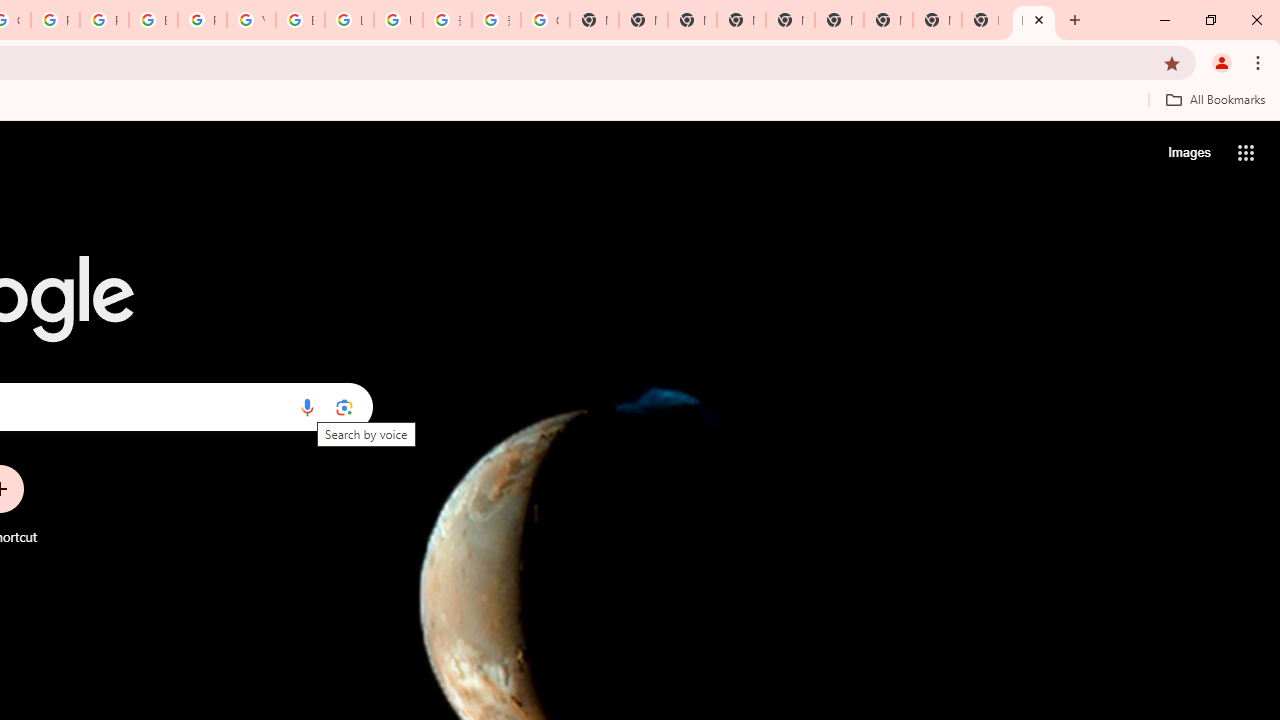  Describe the element at coordinates (250, 20) in the screenshot. I see `'YouTube'` at that location.